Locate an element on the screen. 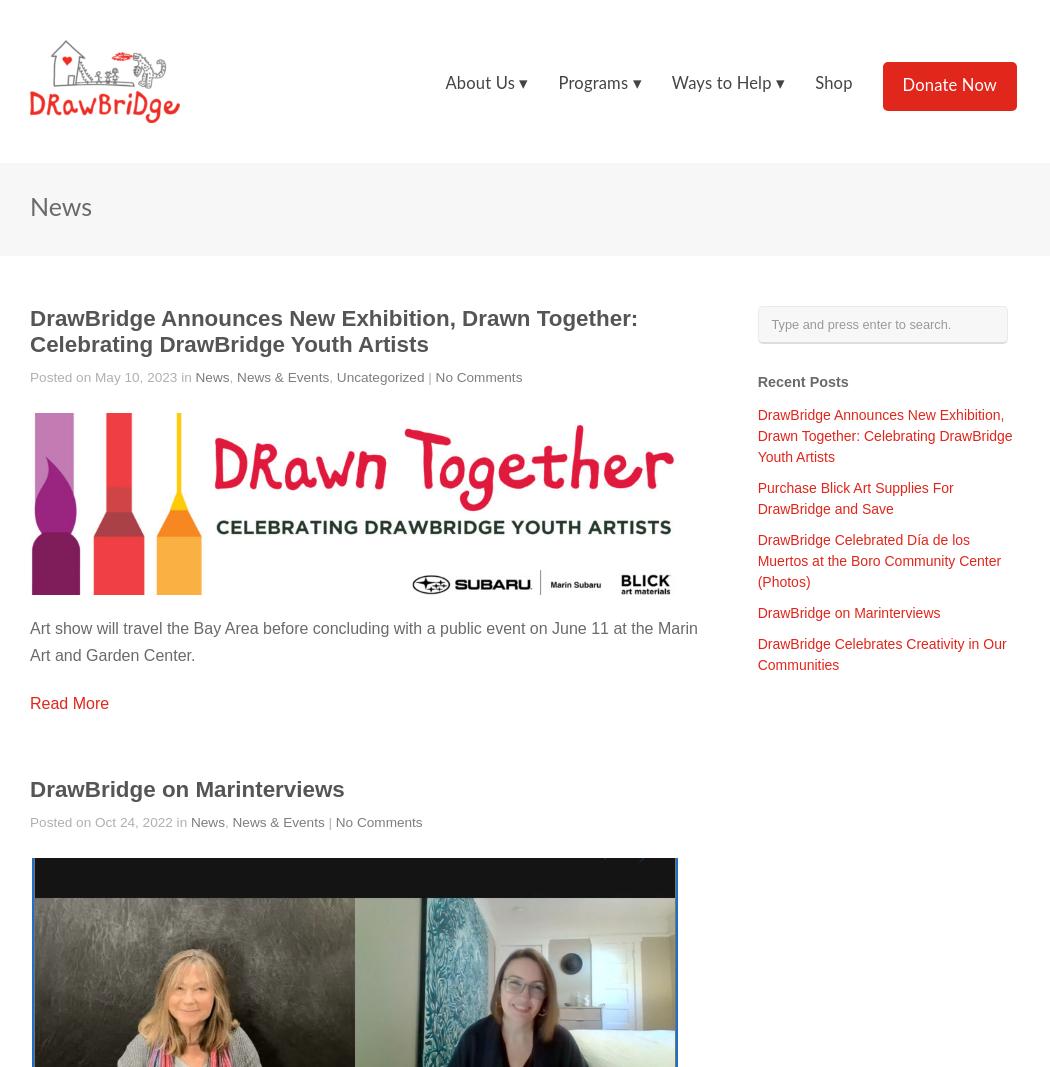  'Art show will travel the Bay Area before concluding with a public event on June 11 at the Marin Art and Garden Center.' is located at coordinates (362, 642).